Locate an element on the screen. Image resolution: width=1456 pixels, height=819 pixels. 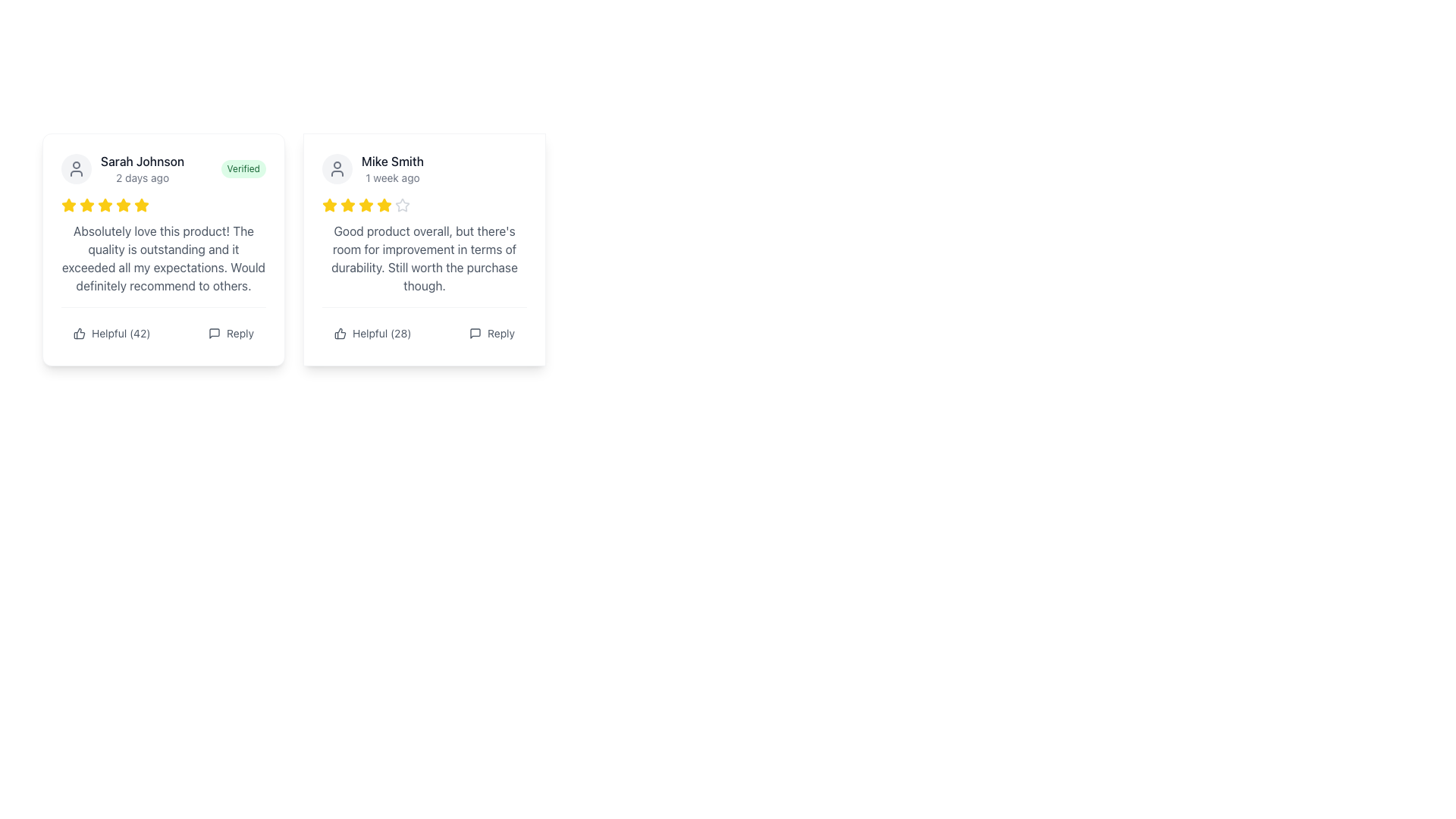
the 'like' or 'thumbs-up' icon located in the bottom-left section of the second user comment card is located at coordinates (339, 332).